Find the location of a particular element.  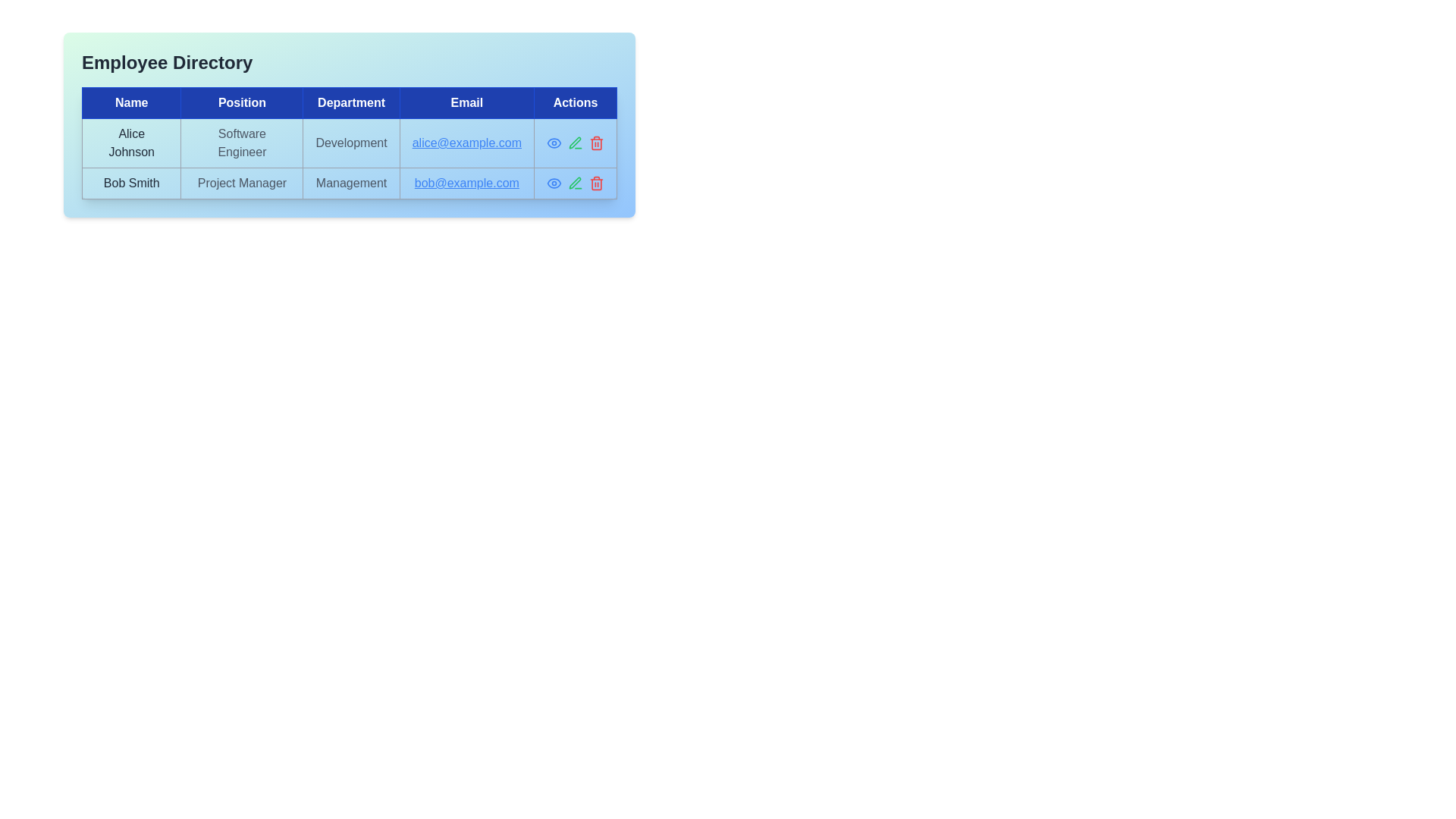

the 'Edit' icon button located in the 'Actions' column of the second row of the table is located at coordinates (574, 143).